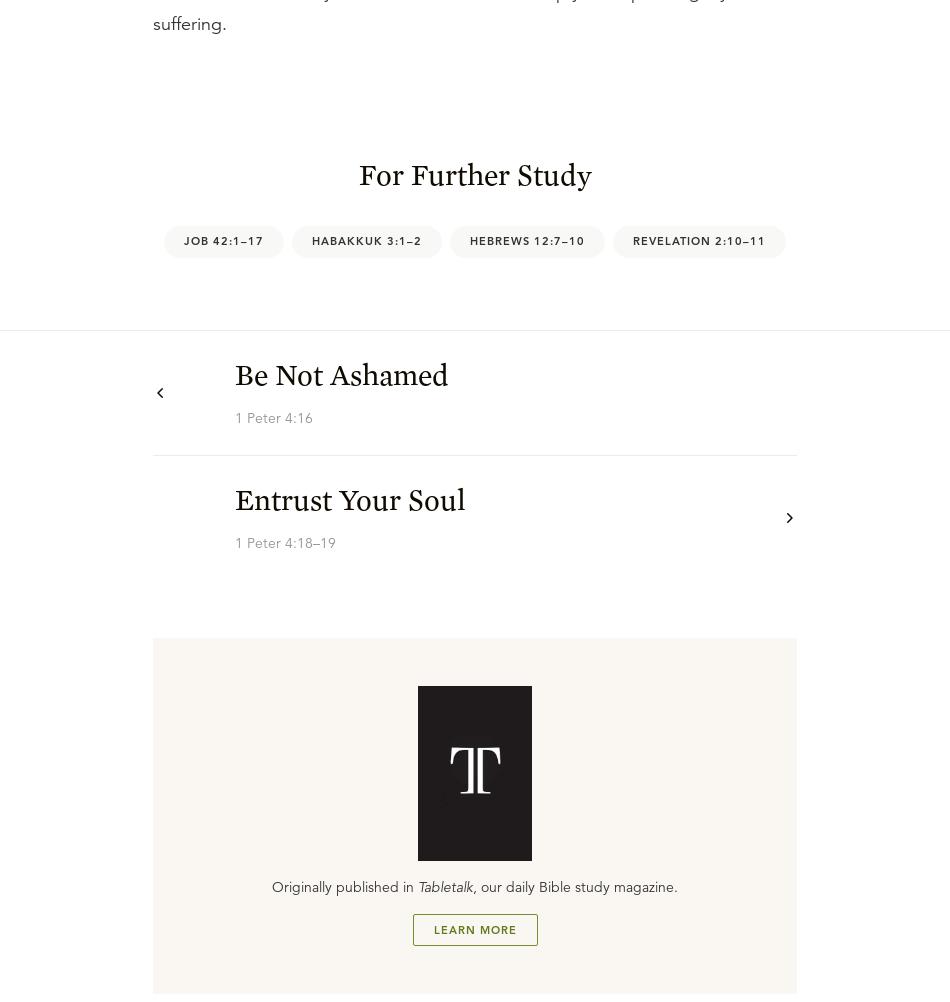  What do you see at coordinates (444, 886) in the screenshot?
I see `'Tabletalk'` at bounding box center [444, 886].